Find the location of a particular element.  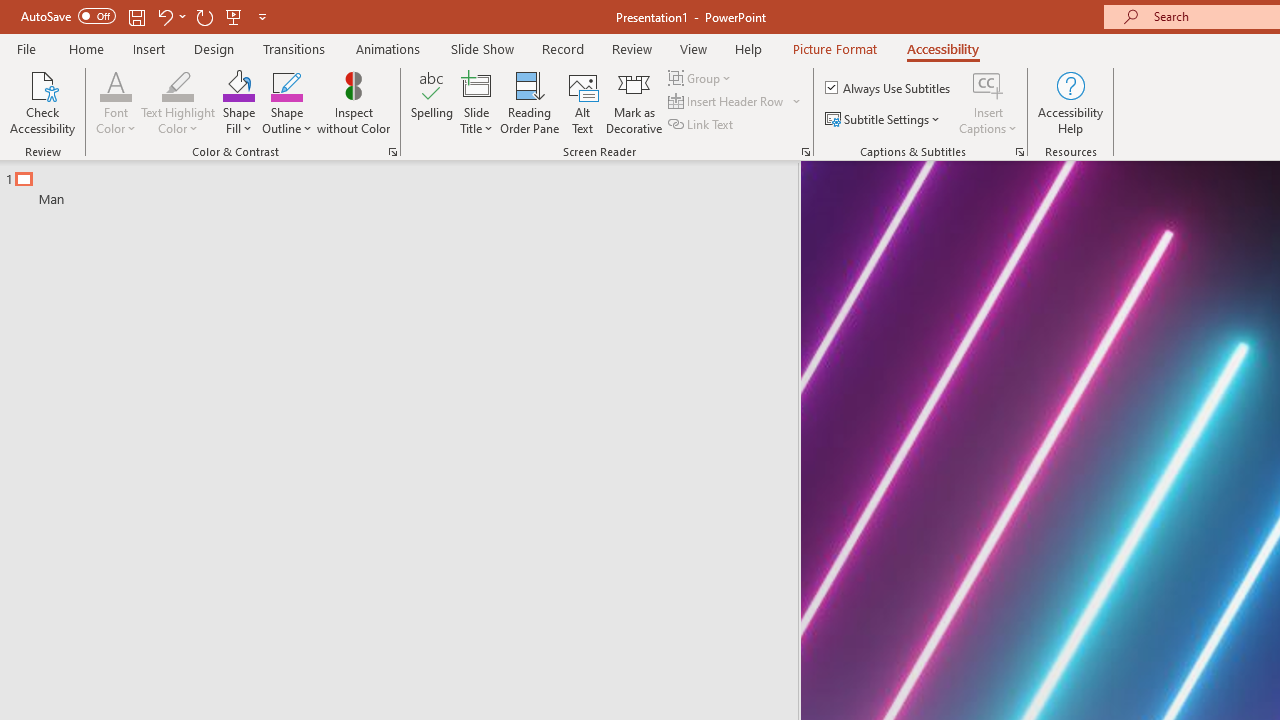

'Subtitle Settings' is located at coordinates (883, 119).